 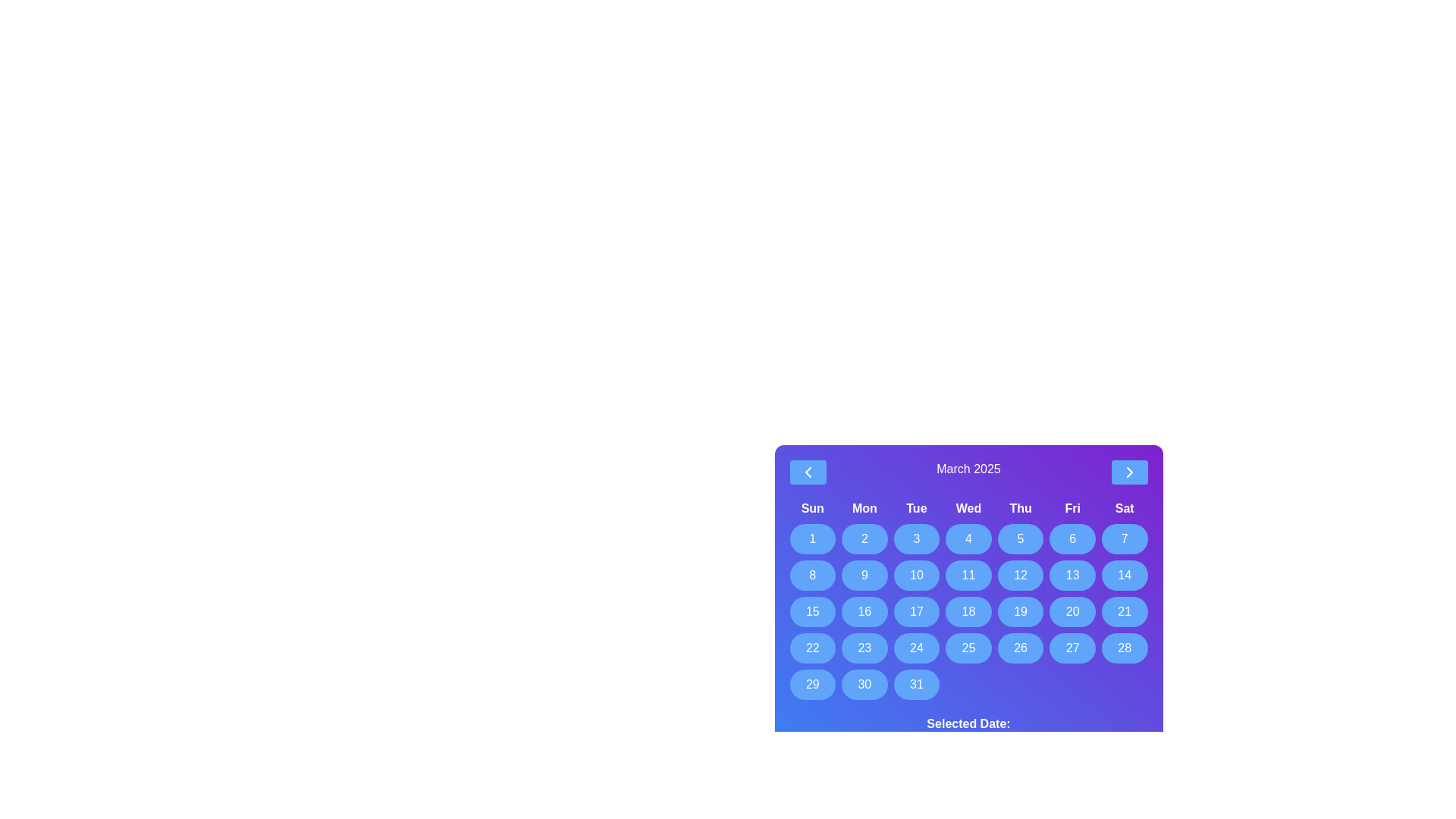 I want to click on the label displaying 'Mon' in bold style, which is the second item in the row of weekday names on the calendar interface, so click(x=864, y=509).